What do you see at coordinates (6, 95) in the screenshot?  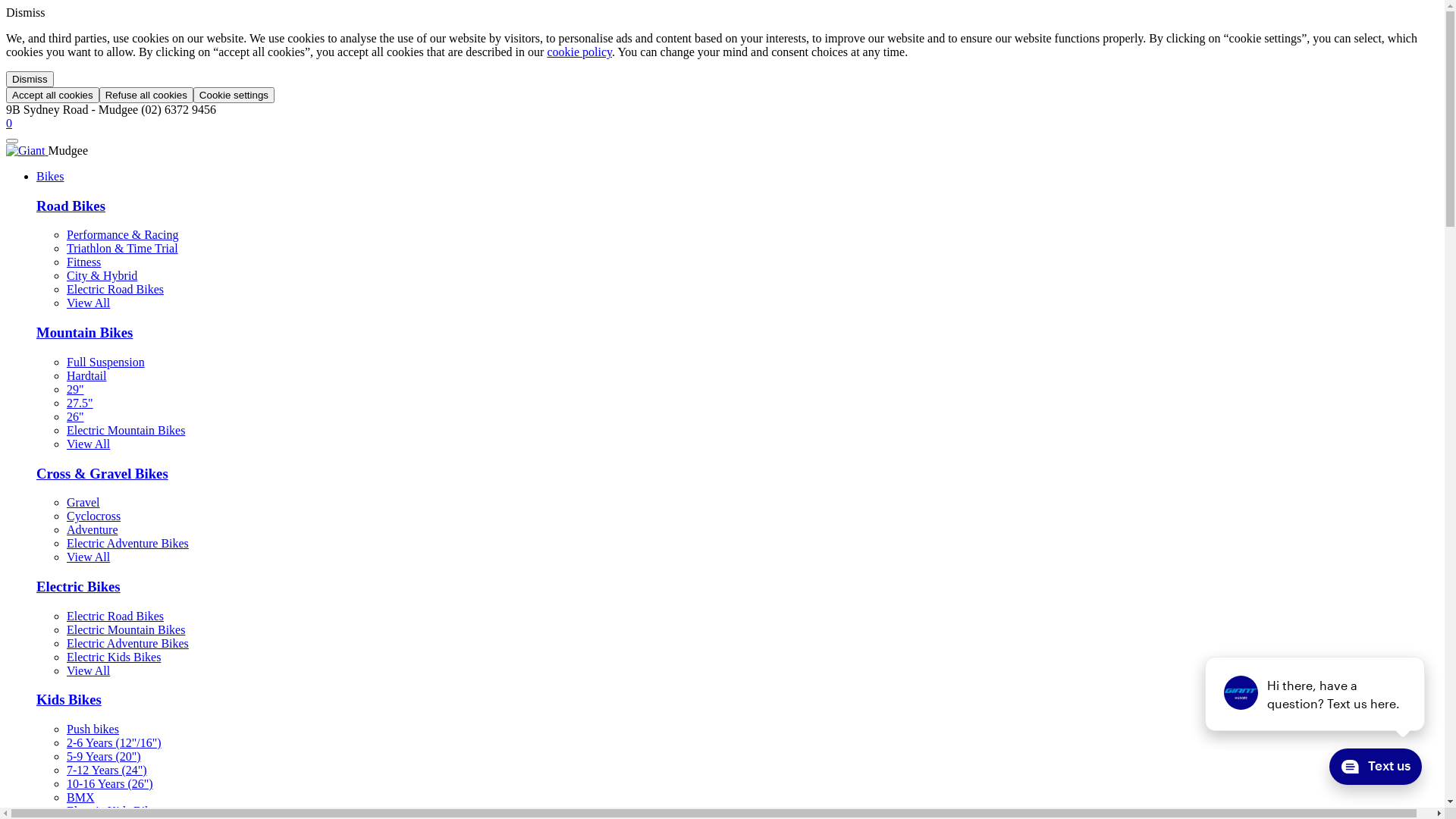 I see `'Accept all cookies'` at bounding box center [6, 95].